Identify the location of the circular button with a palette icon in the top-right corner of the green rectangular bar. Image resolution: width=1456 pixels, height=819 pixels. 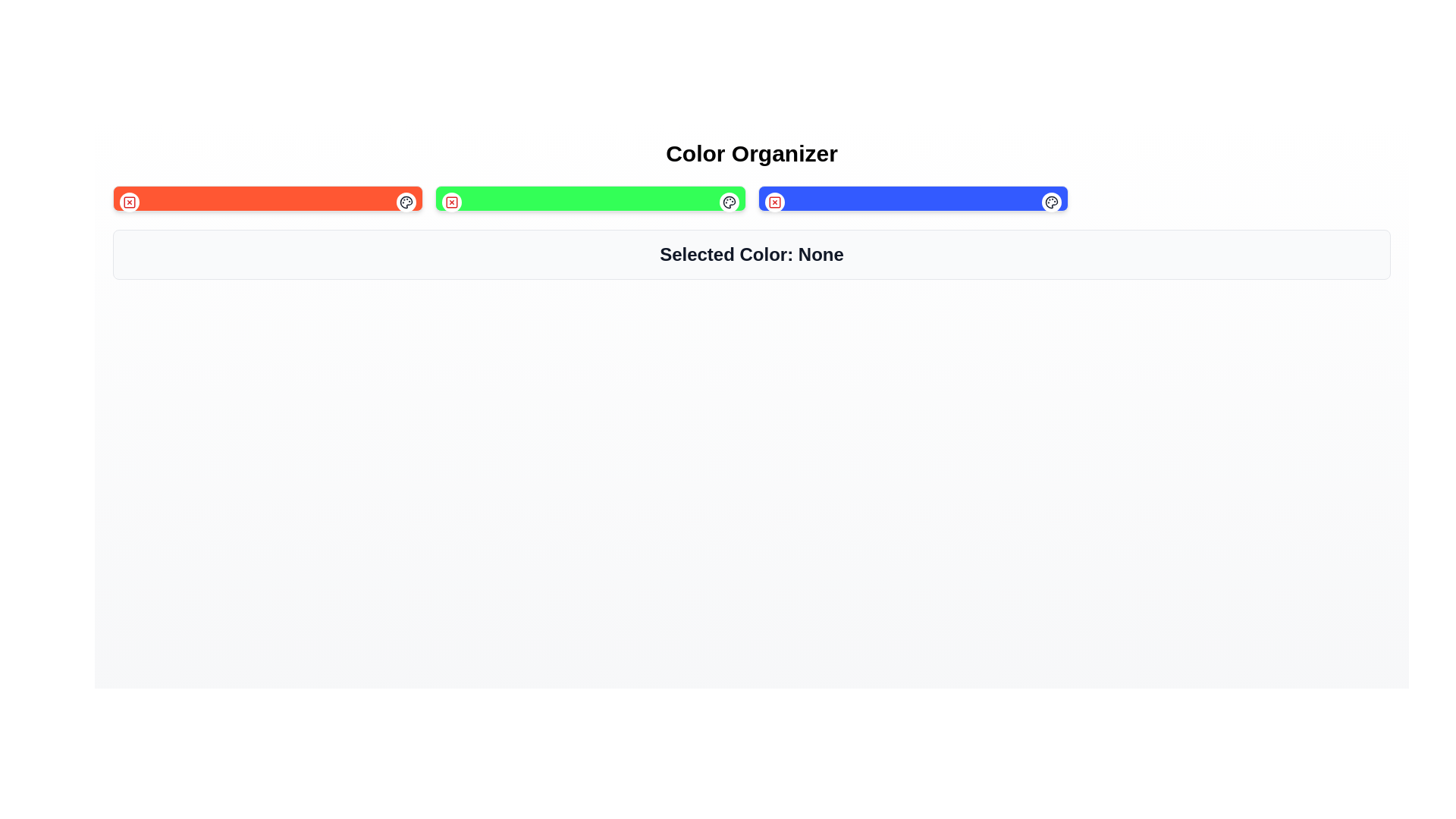
(729, 201).